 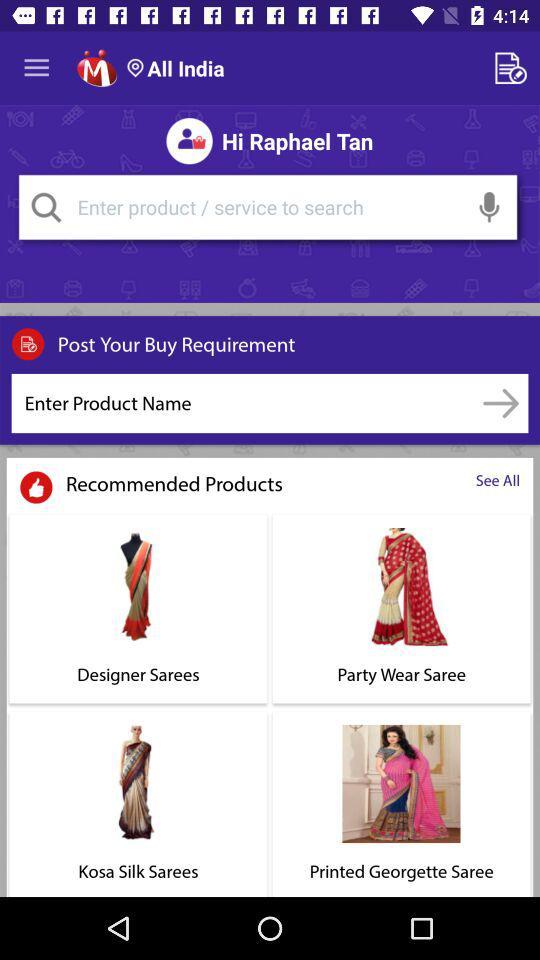 I want to click on to enter product/ service to search, so click(x=267, y=207).